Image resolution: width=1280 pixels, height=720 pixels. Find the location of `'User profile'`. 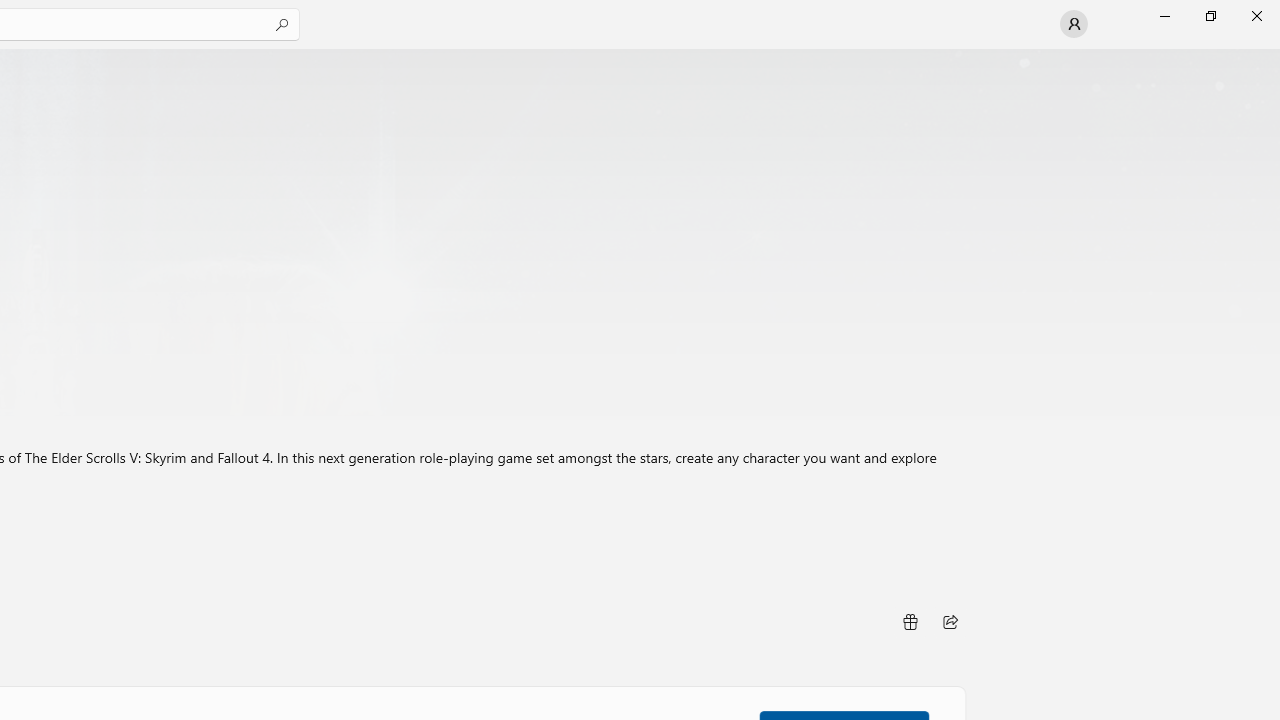

'User profile' is located at coordinates (1072, 24).